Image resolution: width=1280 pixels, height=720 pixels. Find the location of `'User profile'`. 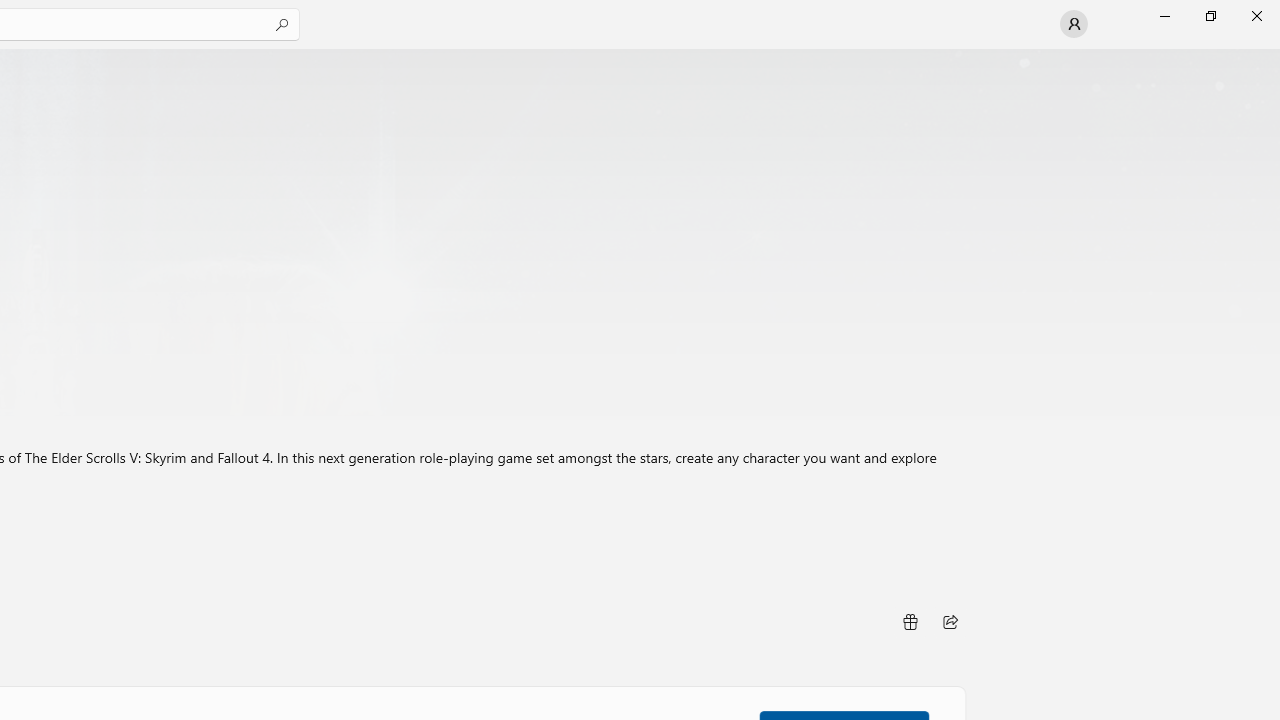

'User profile' is located at coordinates (1072, 24).